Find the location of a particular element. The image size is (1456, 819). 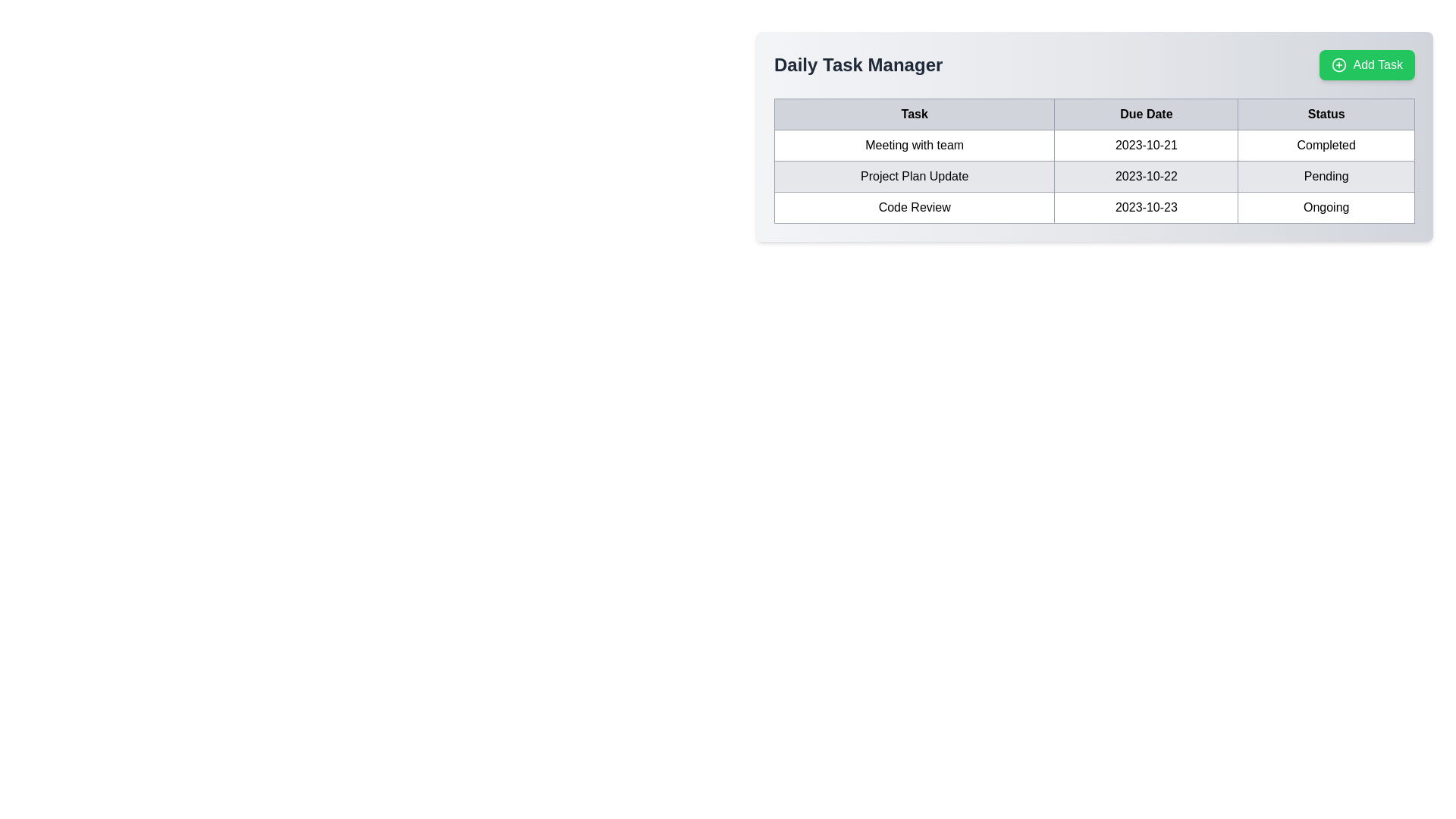

the text label displaying 'Completed' in the 'Status' column of the table is located at coordinates (1326, 146).